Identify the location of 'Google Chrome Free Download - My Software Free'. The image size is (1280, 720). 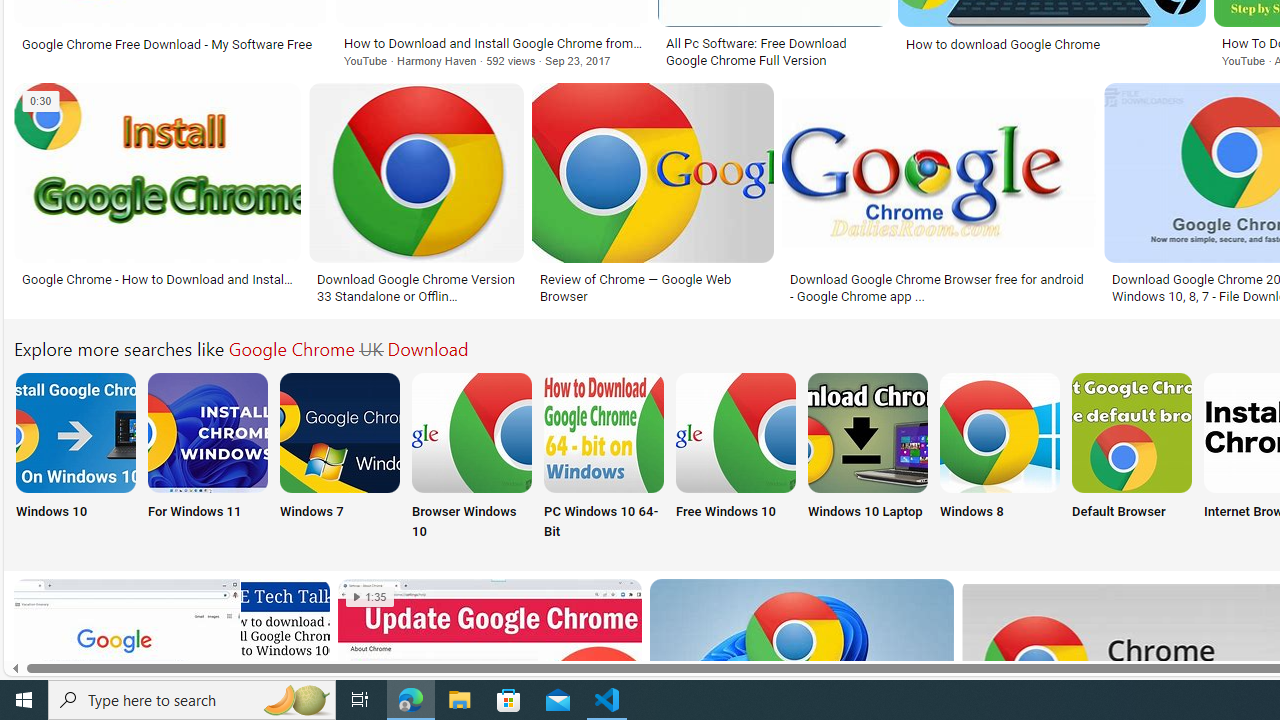
(170, 44).